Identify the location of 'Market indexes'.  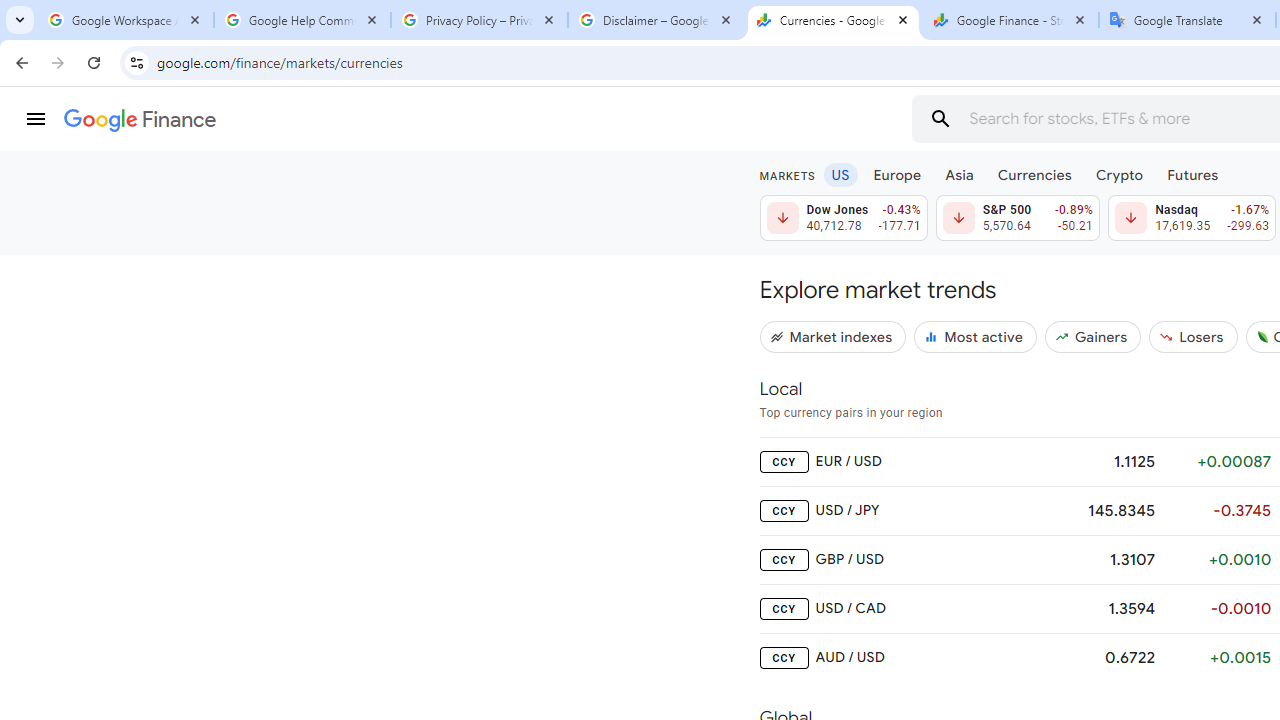
(833, 335).